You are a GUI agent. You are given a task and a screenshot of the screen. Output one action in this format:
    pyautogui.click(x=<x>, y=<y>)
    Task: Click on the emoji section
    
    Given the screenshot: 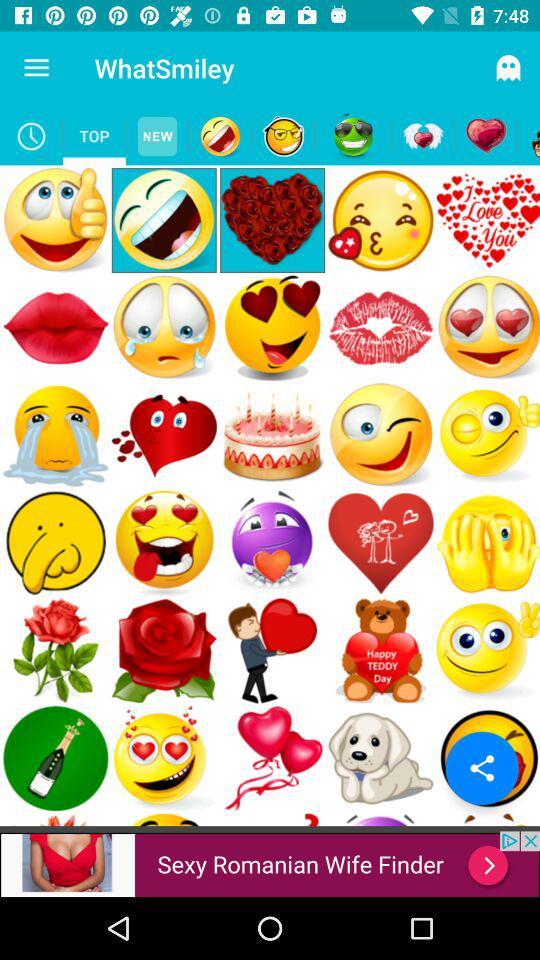 What is the action you would take?
    pyautogui.click(x=352, y=135)
    